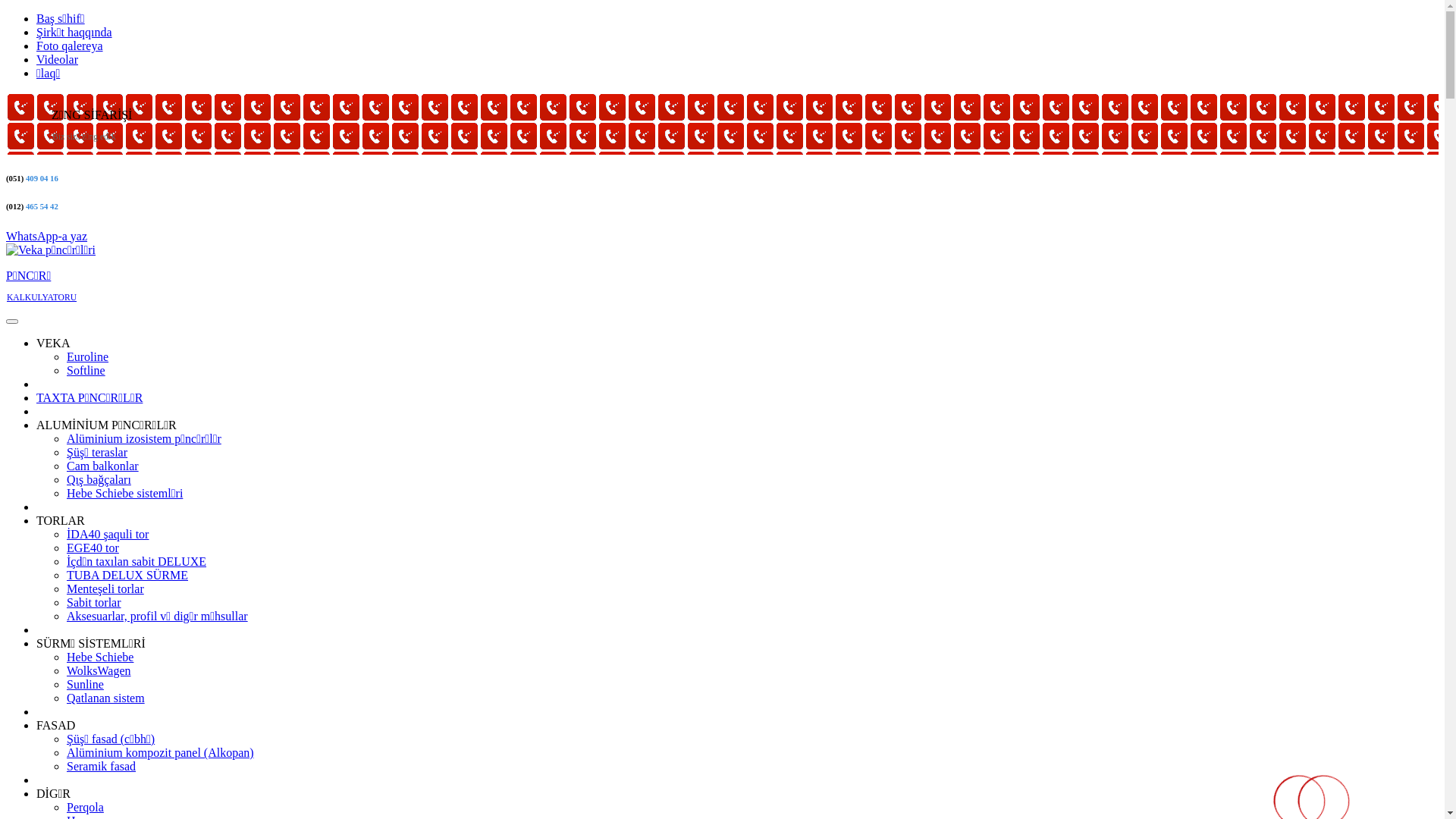 The height and width of the screenshot is (819, 1456). Describe the element at coordinates (98, 670) in the screenshot. I see `'WolksWagen'` at that location.